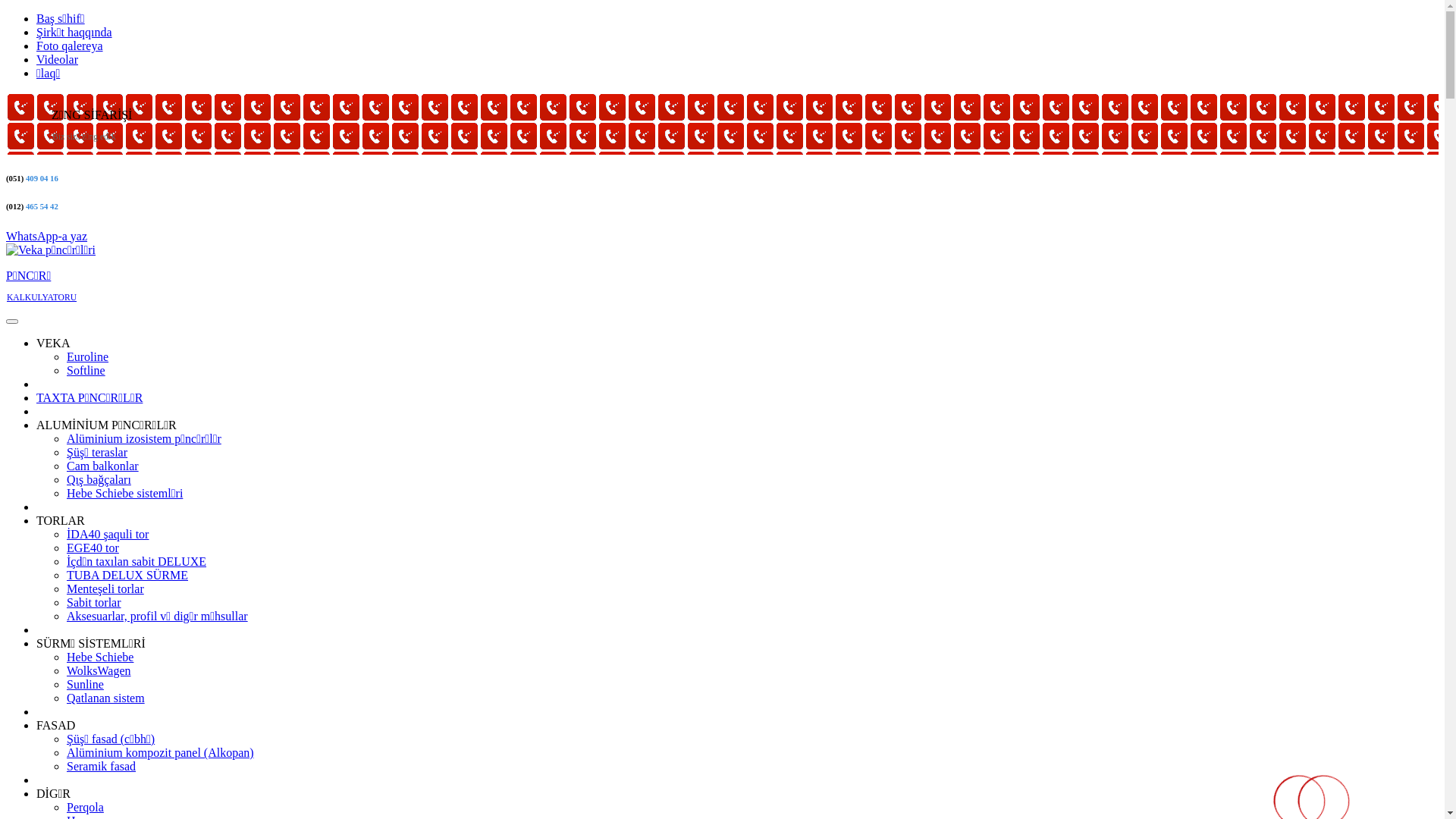 The height and width of the screenshot is (819, 1456). Describe the element at coordinates (98, 670) in the screenshot. I see `'WolksWagen'` at that location.